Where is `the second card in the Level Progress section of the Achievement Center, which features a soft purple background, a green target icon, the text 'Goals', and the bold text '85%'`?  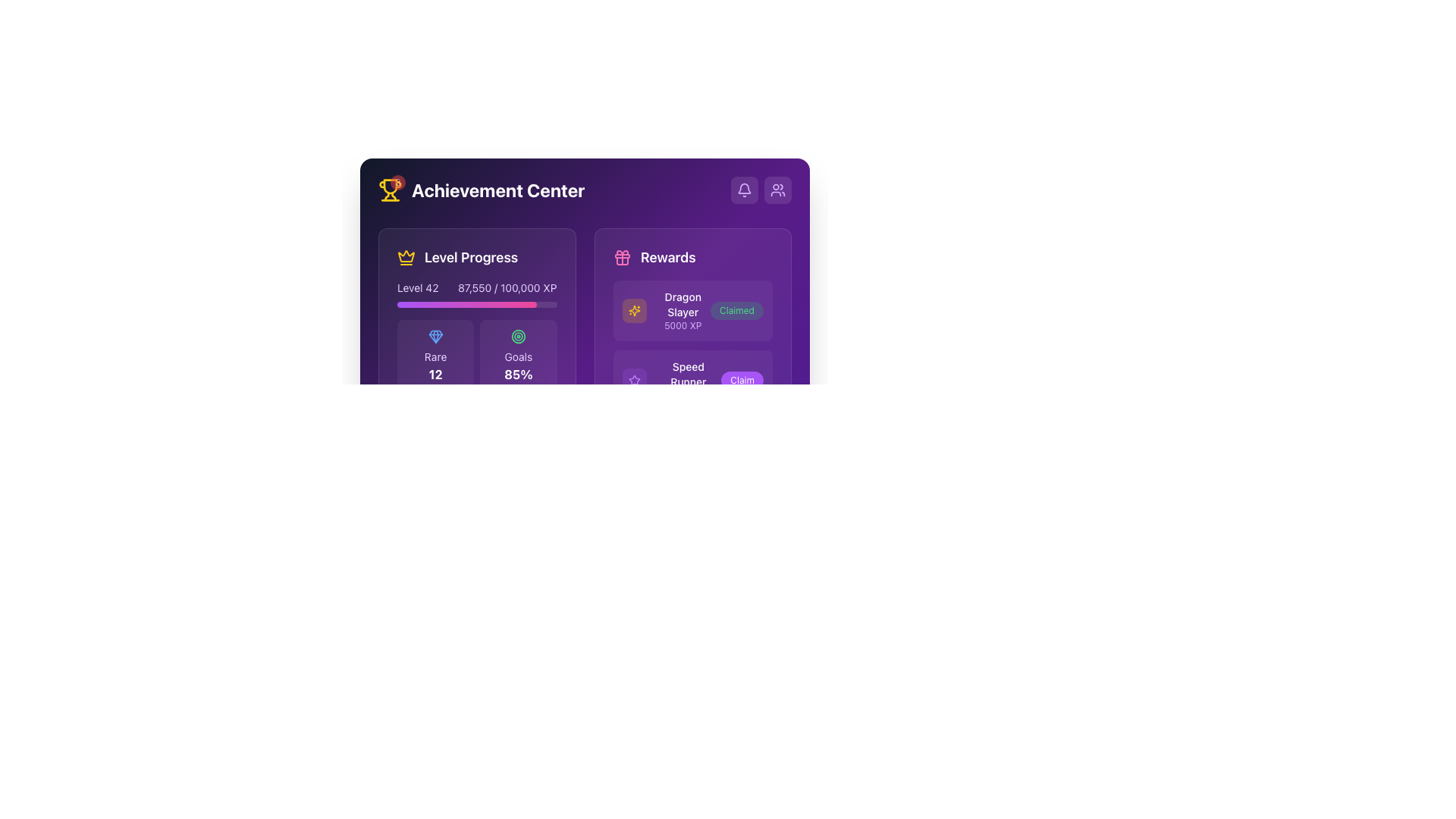
the second card in the Level Progress section of the Achievement Center, which features a soft purple background, a green target icon, the text 'Goals', and the bold text '85%' is located at coordinates (518, 356).